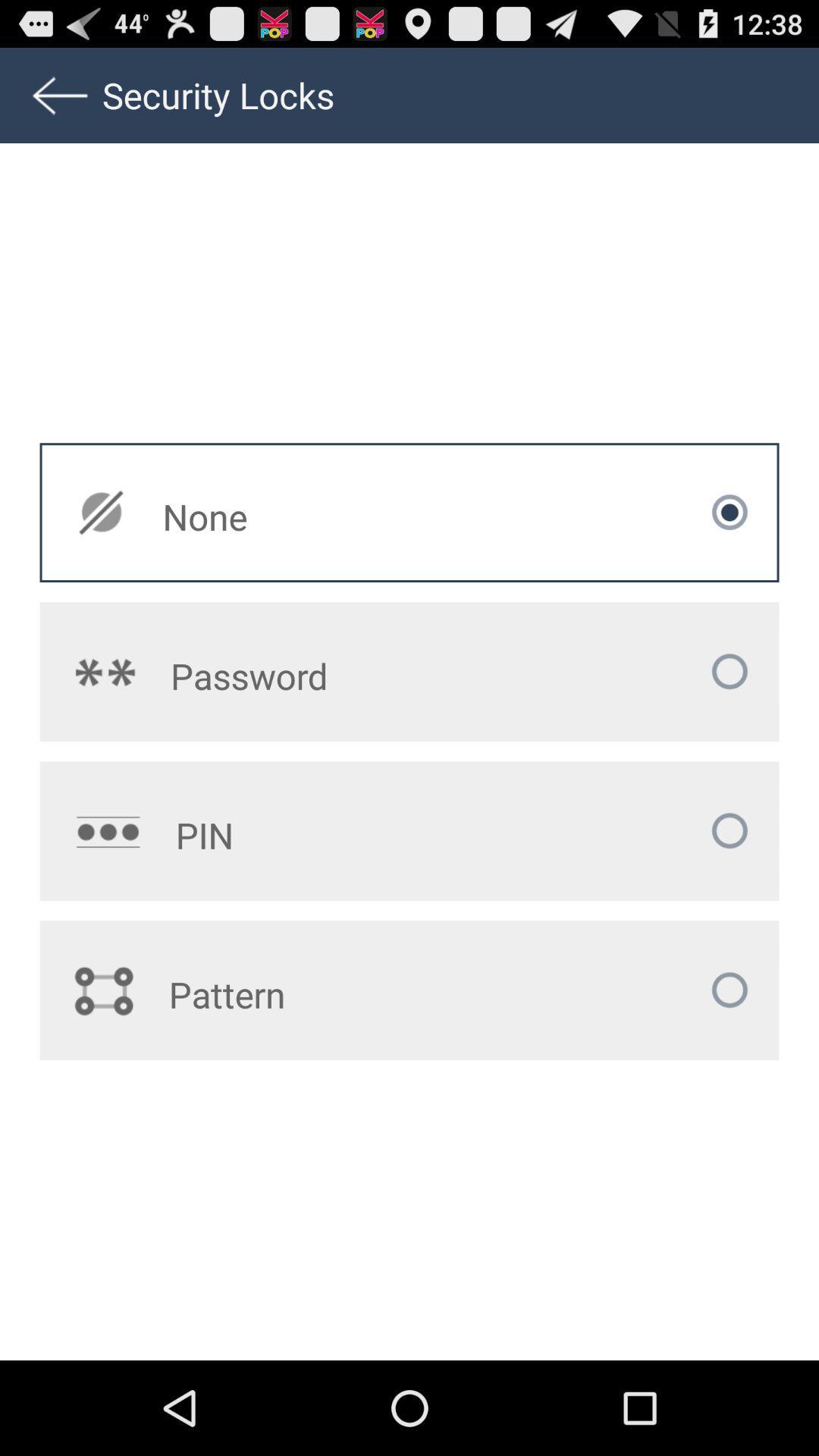 The image size is (819, 1456). I want to click on pattern at the bottom, so click(317, 994).